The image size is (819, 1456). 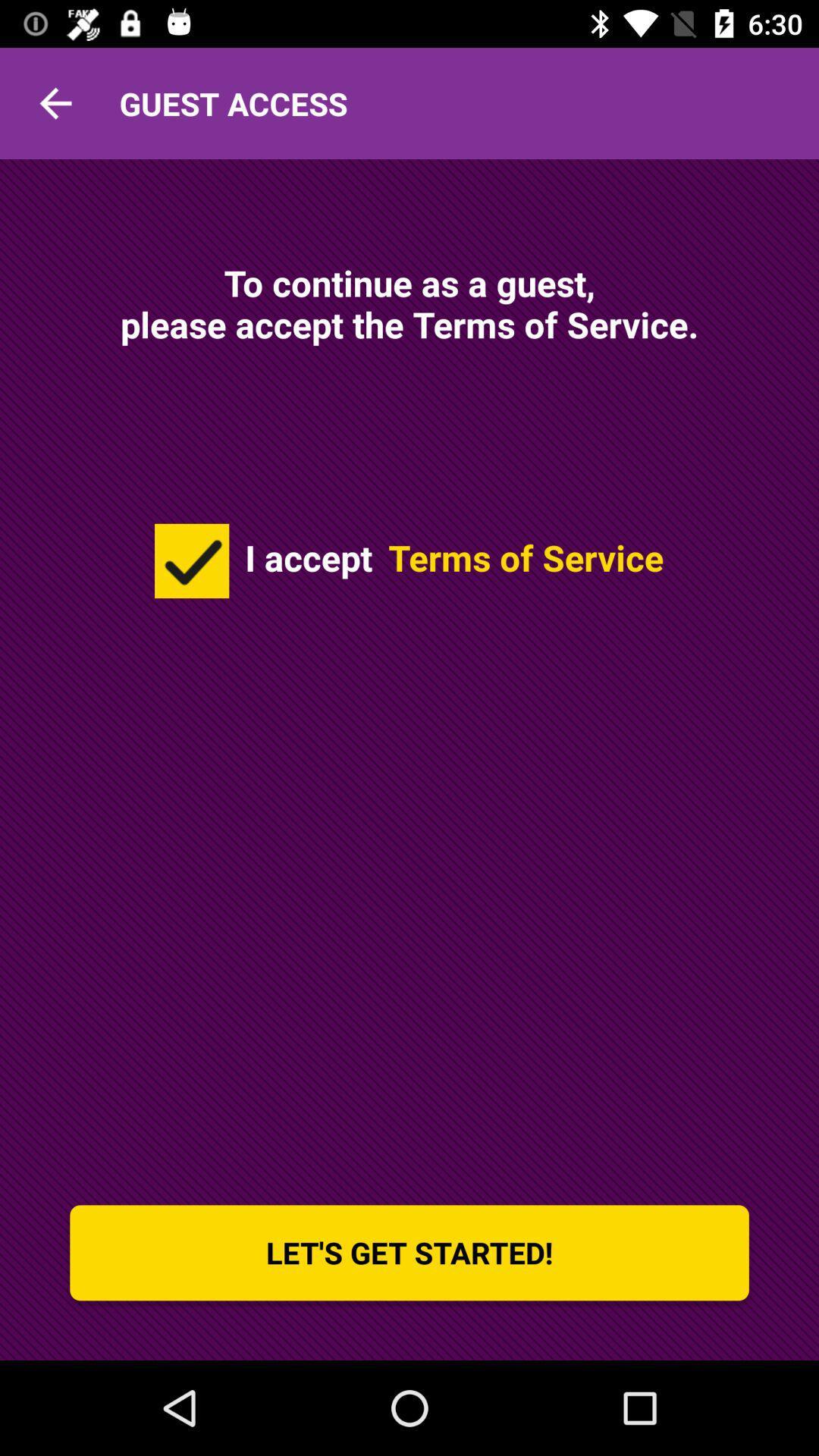 What do you see at coordinates (191, 560) in the screenshot?
I see `terms` at bounding box center [191, 560].